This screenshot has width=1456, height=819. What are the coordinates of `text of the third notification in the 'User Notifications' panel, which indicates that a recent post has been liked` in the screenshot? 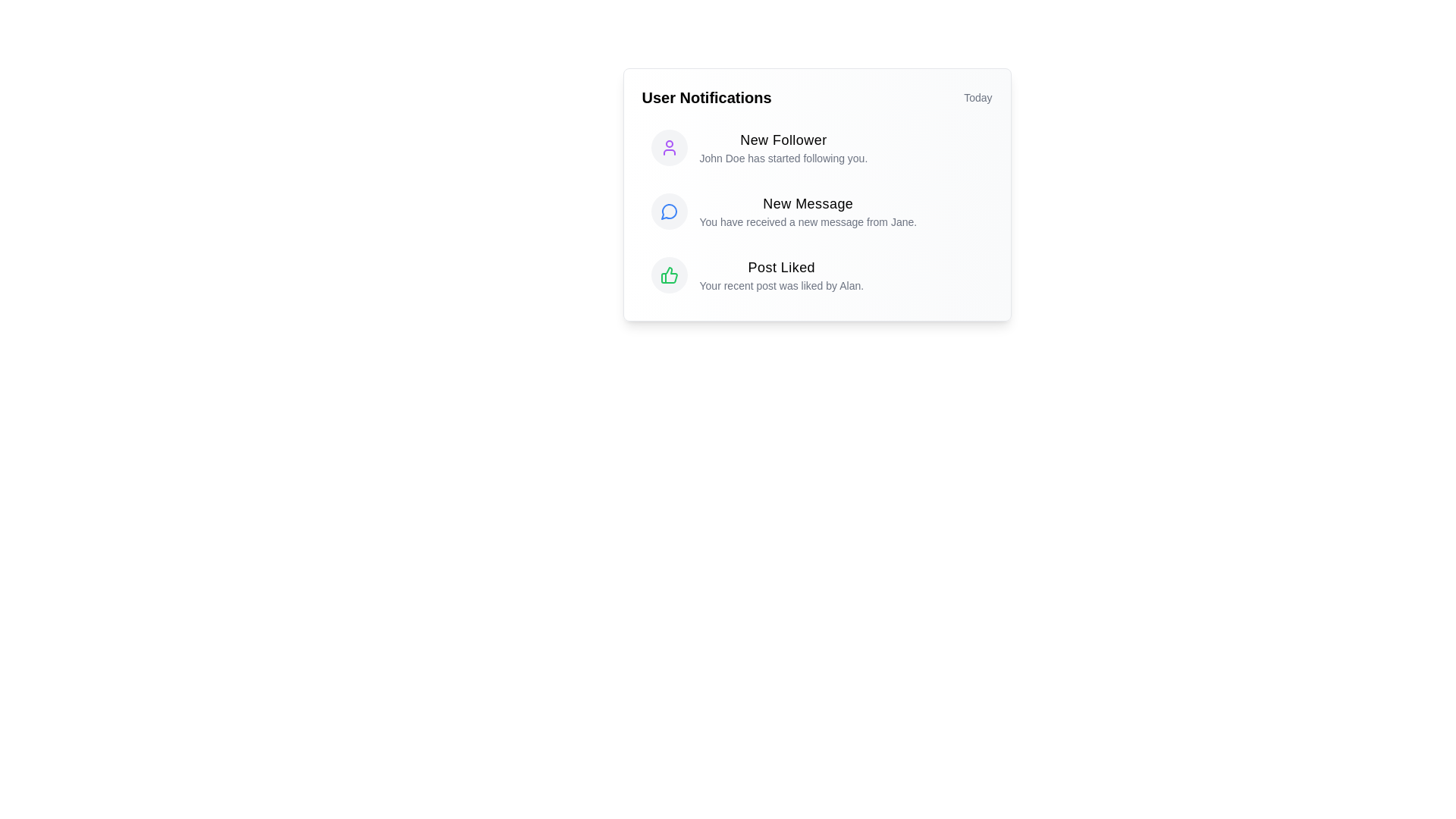 It's located at (781, 267).